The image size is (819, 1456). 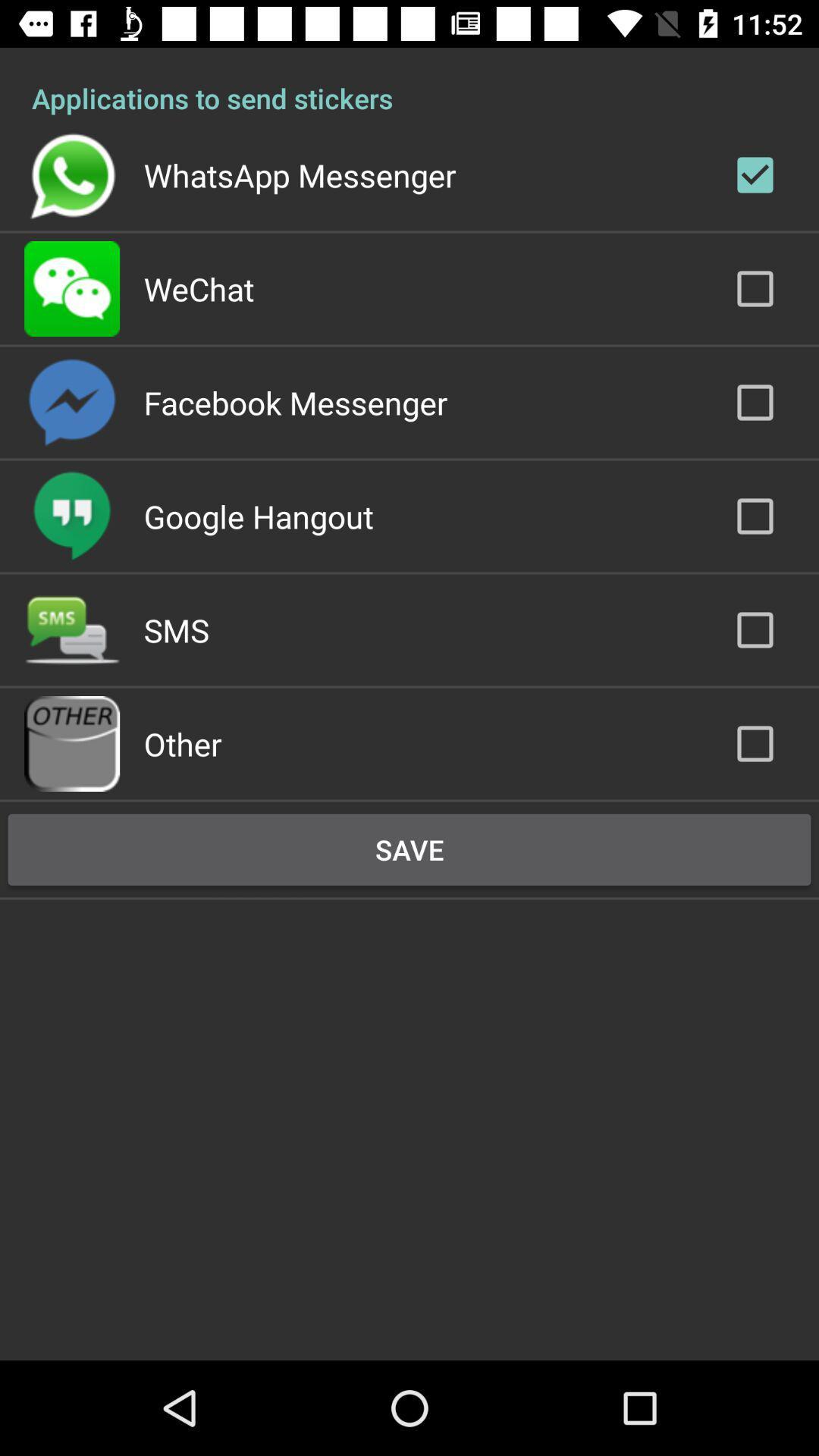 I want to click on applications to send icon, so click(x=409, y=81).